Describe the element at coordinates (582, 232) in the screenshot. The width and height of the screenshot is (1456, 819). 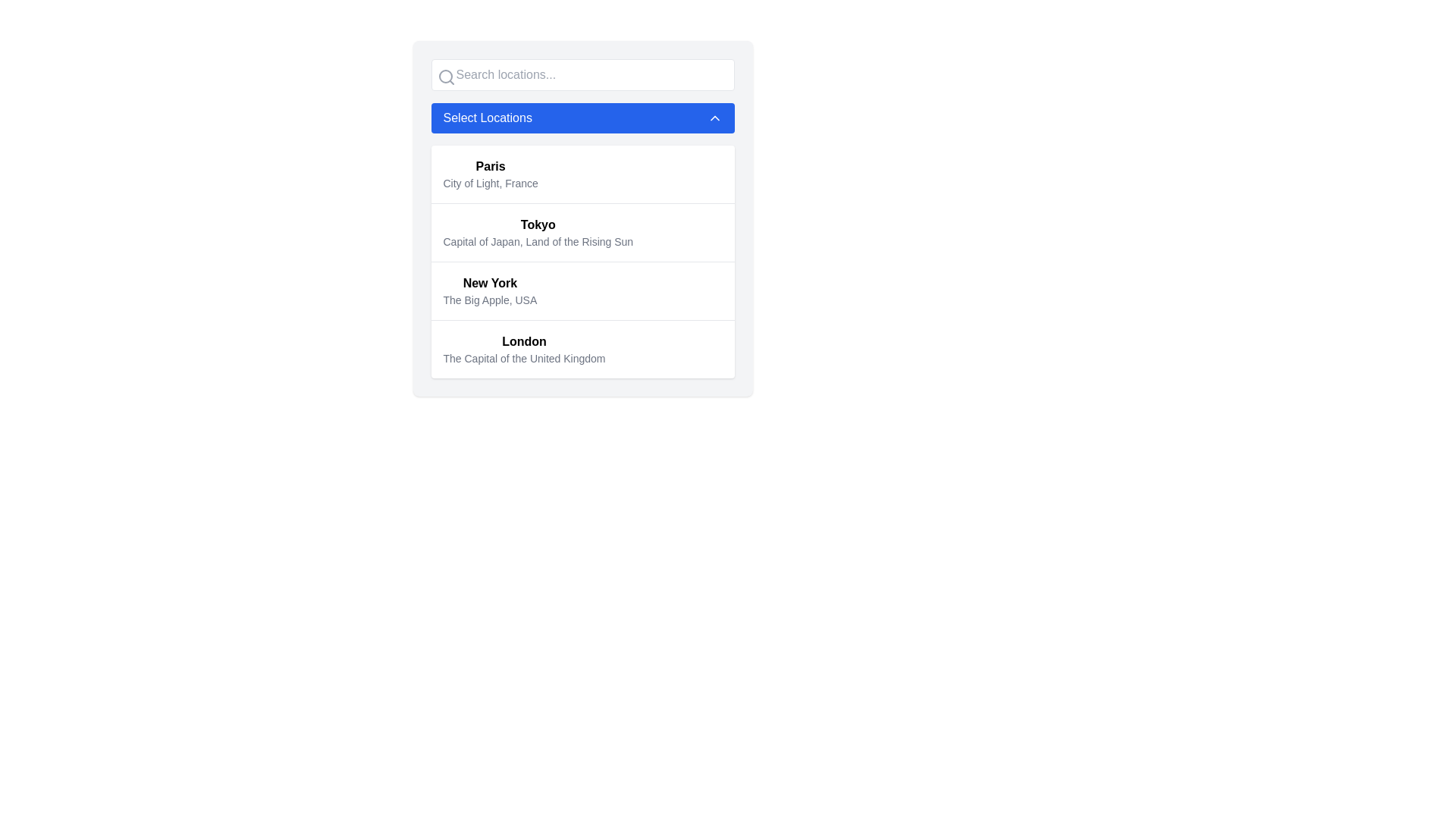
I see `the selectable list item representing 'Tokyo' in the 'Select Locations' component, which is the second option in the list` at that location.